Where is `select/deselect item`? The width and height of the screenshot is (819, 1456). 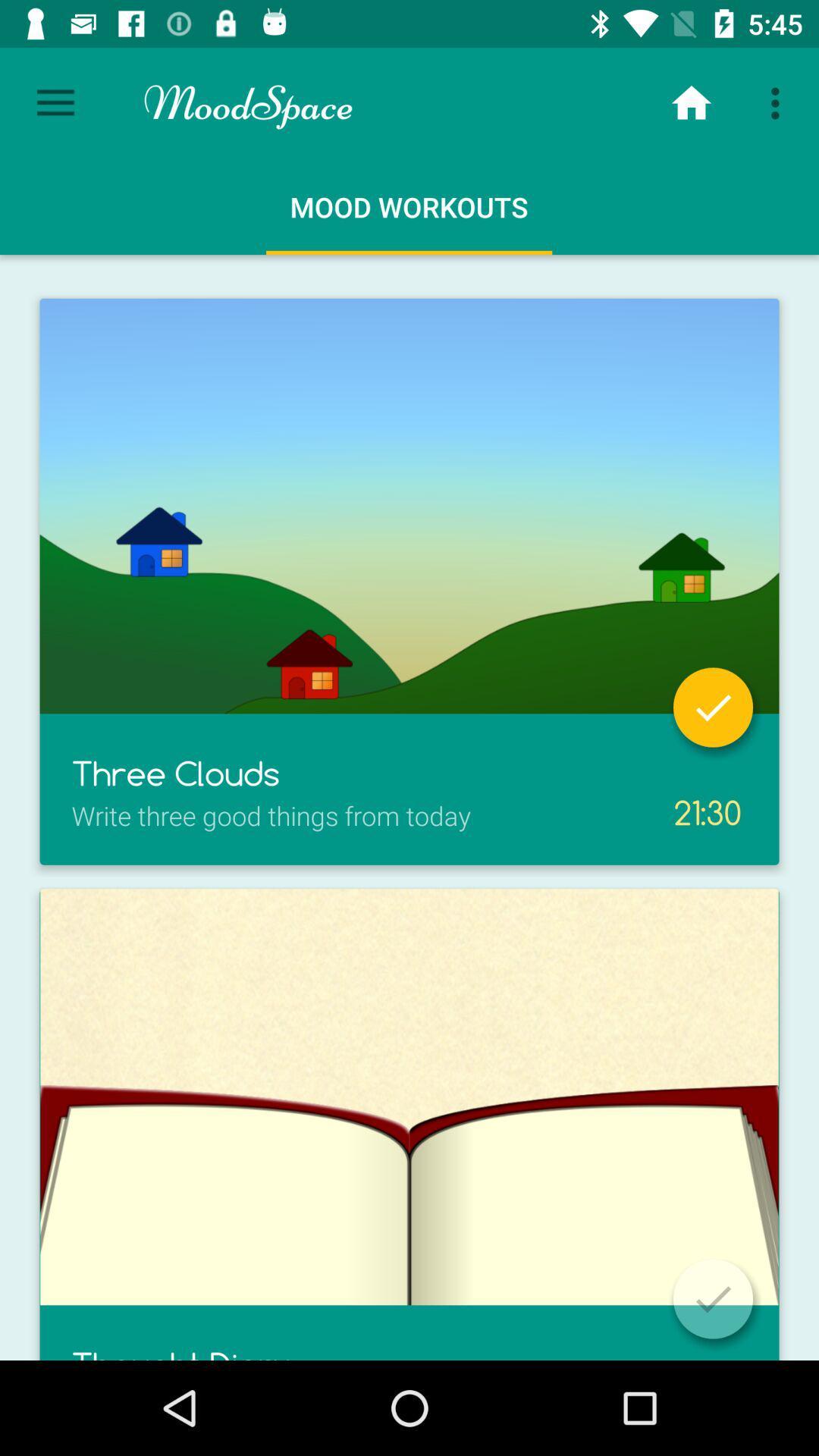
select/deselect item is located at coordinates (713, 1298).